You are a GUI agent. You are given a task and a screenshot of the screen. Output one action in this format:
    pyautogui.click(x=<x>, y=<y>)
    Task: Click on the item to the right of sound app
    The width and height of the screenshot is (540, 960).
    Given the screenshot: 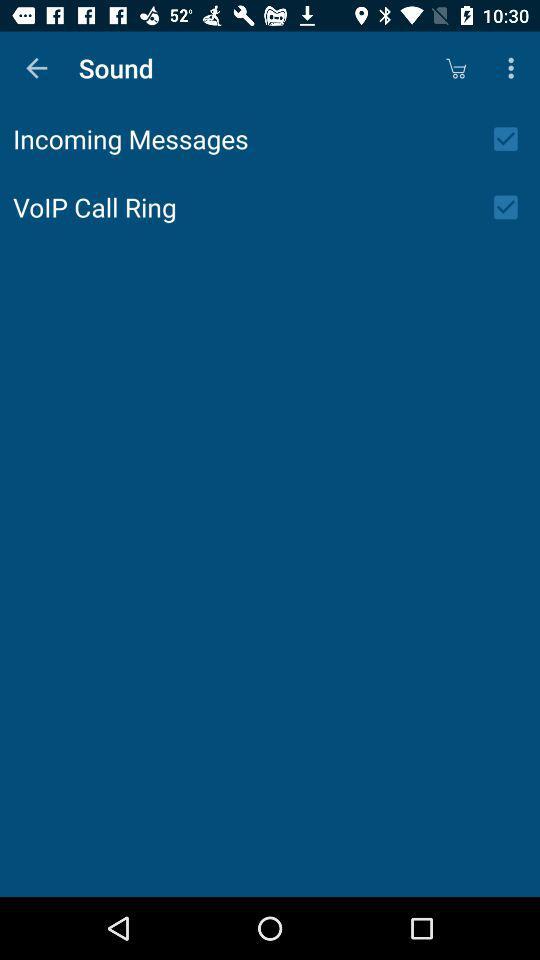 What is the action you would take?
    pyautogui.click(x=455, y=68)
    